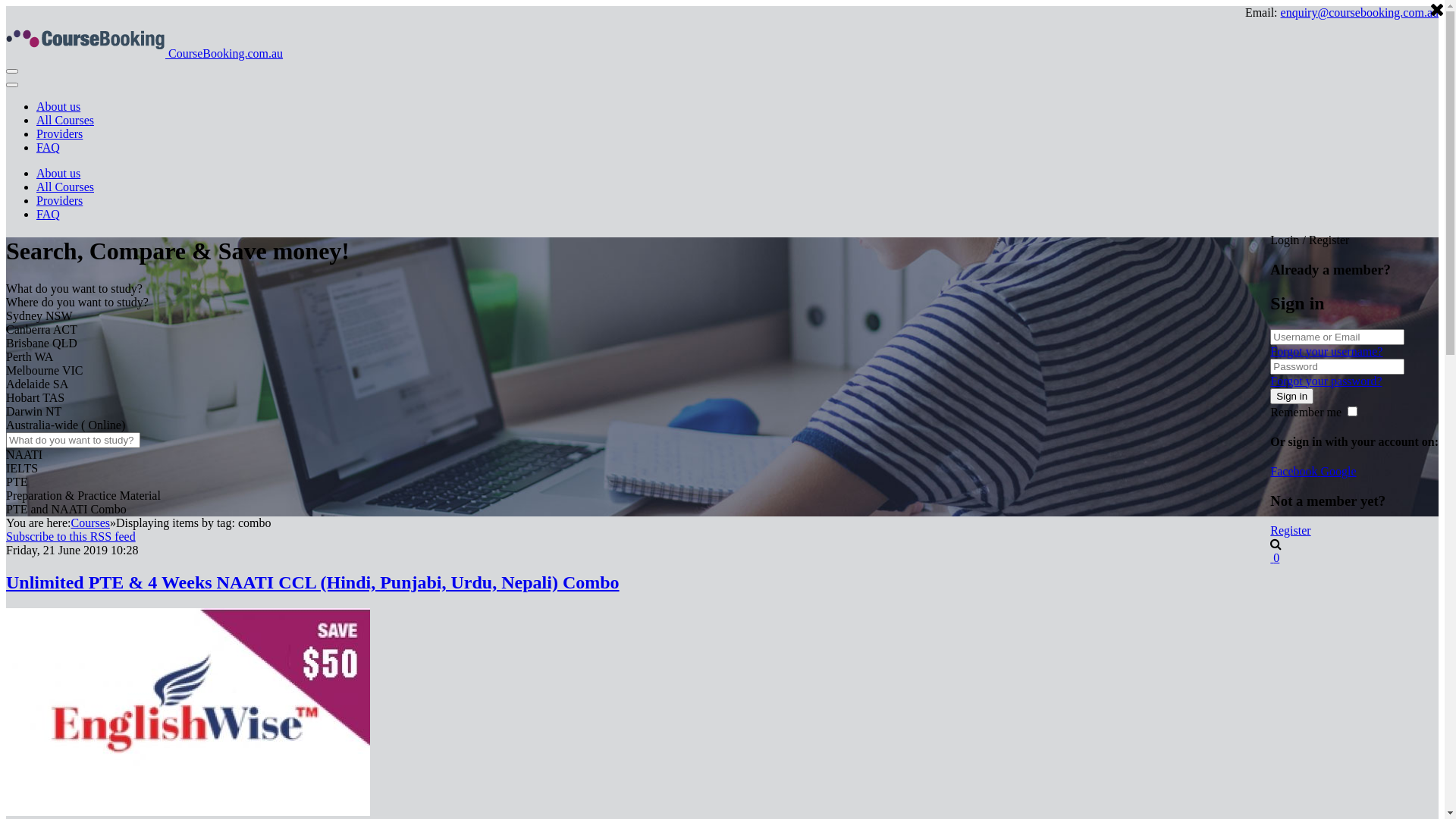 The width and height of the screenshot is (1456, 819). What do you see at coordinates (70, 535) in the screenshot?
I see `'Subscribe to this RSS feed'` at bounding box center [70, 535].